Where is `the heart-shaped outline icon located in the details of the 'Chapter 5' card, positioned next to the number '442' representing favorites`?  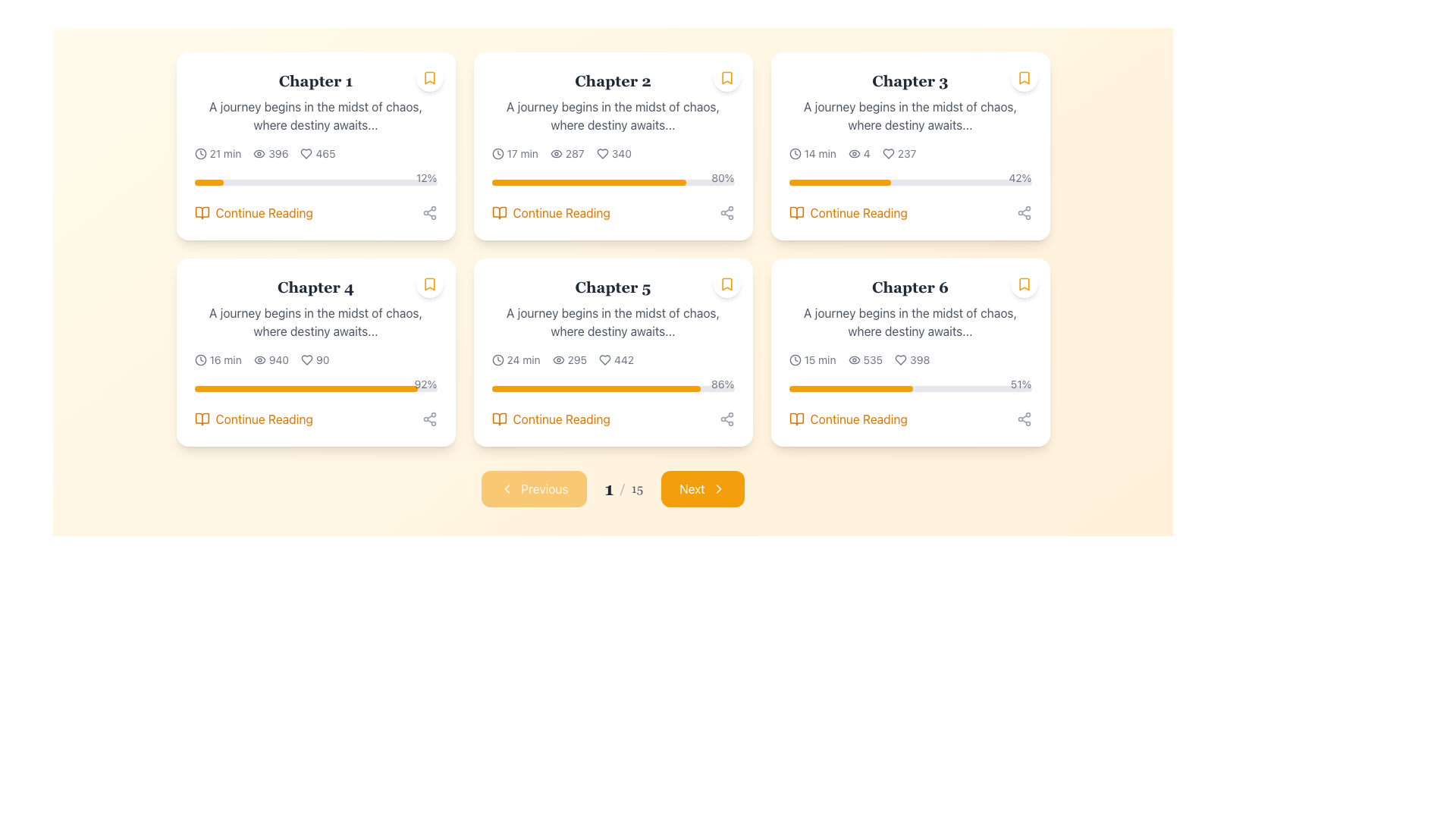 the heart-shaped outline icon located in the details of the 'Chapter 5' card, positioned next to the number '442' representing favorites is located at coordinates (604, 359).